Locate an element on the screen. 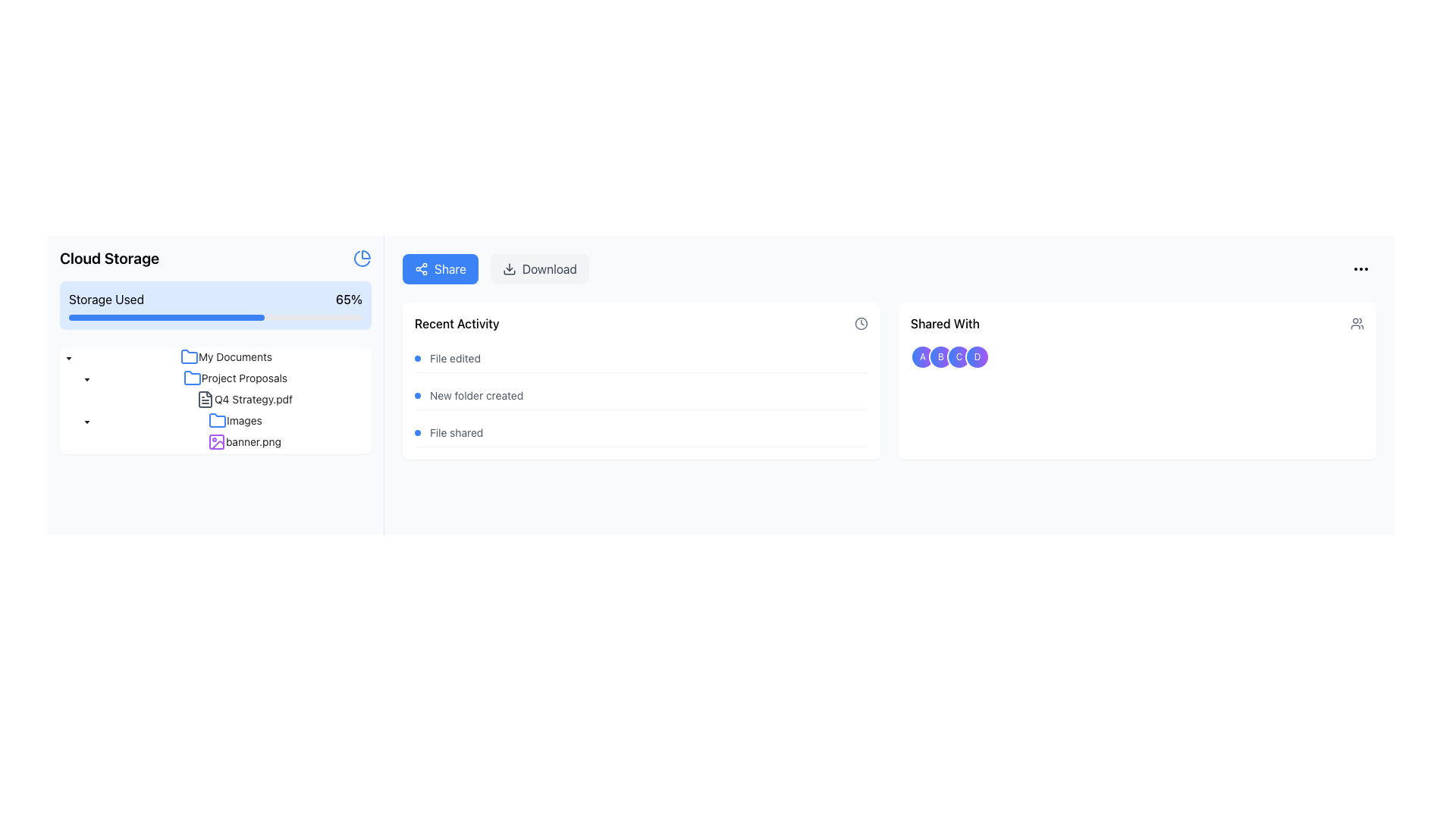  the 'My Documents' label in the tree view is located at coordinates (225, 356).